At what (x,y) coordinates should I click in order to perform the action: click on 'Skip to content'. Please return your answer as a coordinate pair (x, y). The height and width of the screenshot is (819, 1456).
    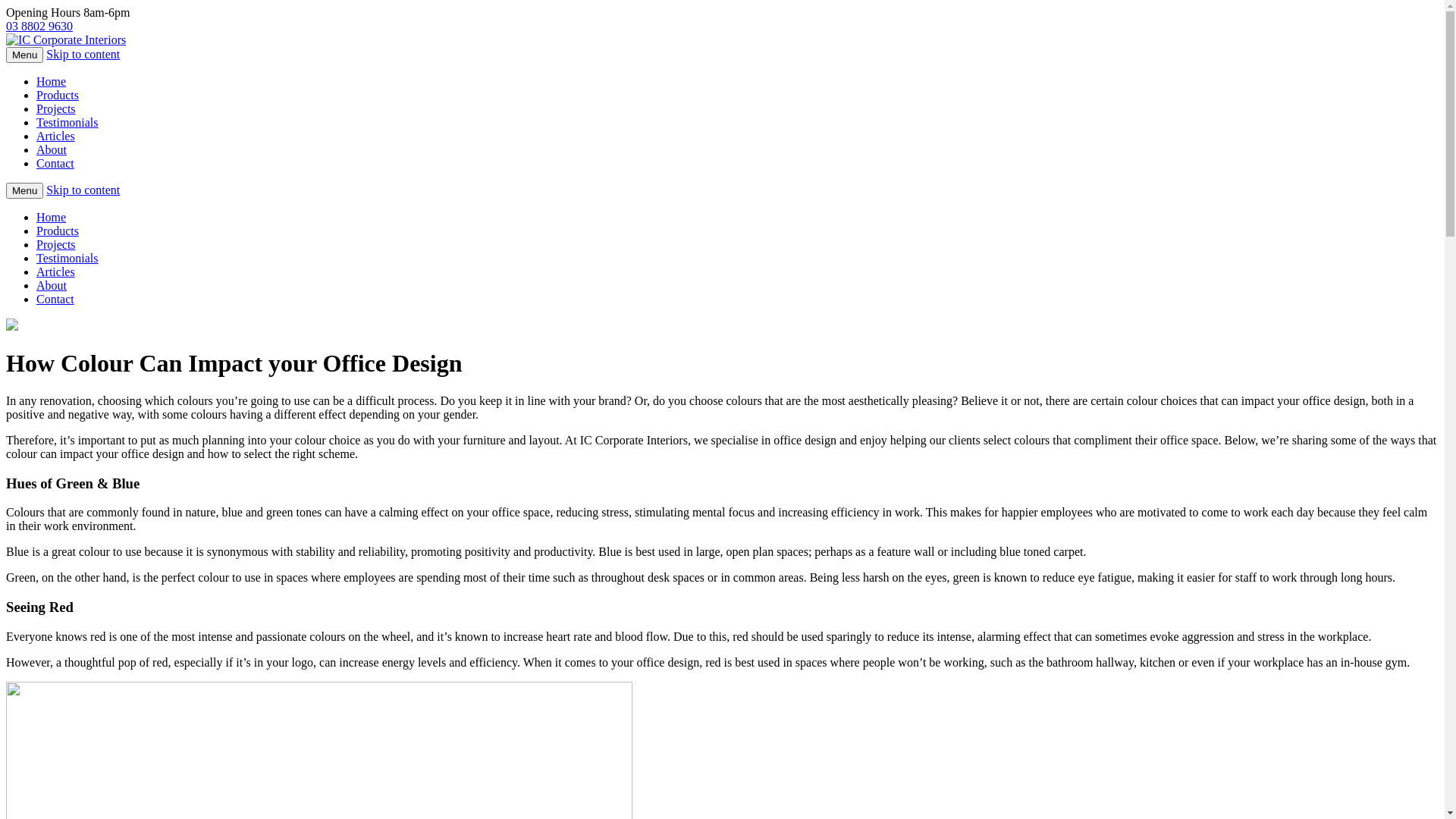
    Looking at the image, I should click on (46, 53).